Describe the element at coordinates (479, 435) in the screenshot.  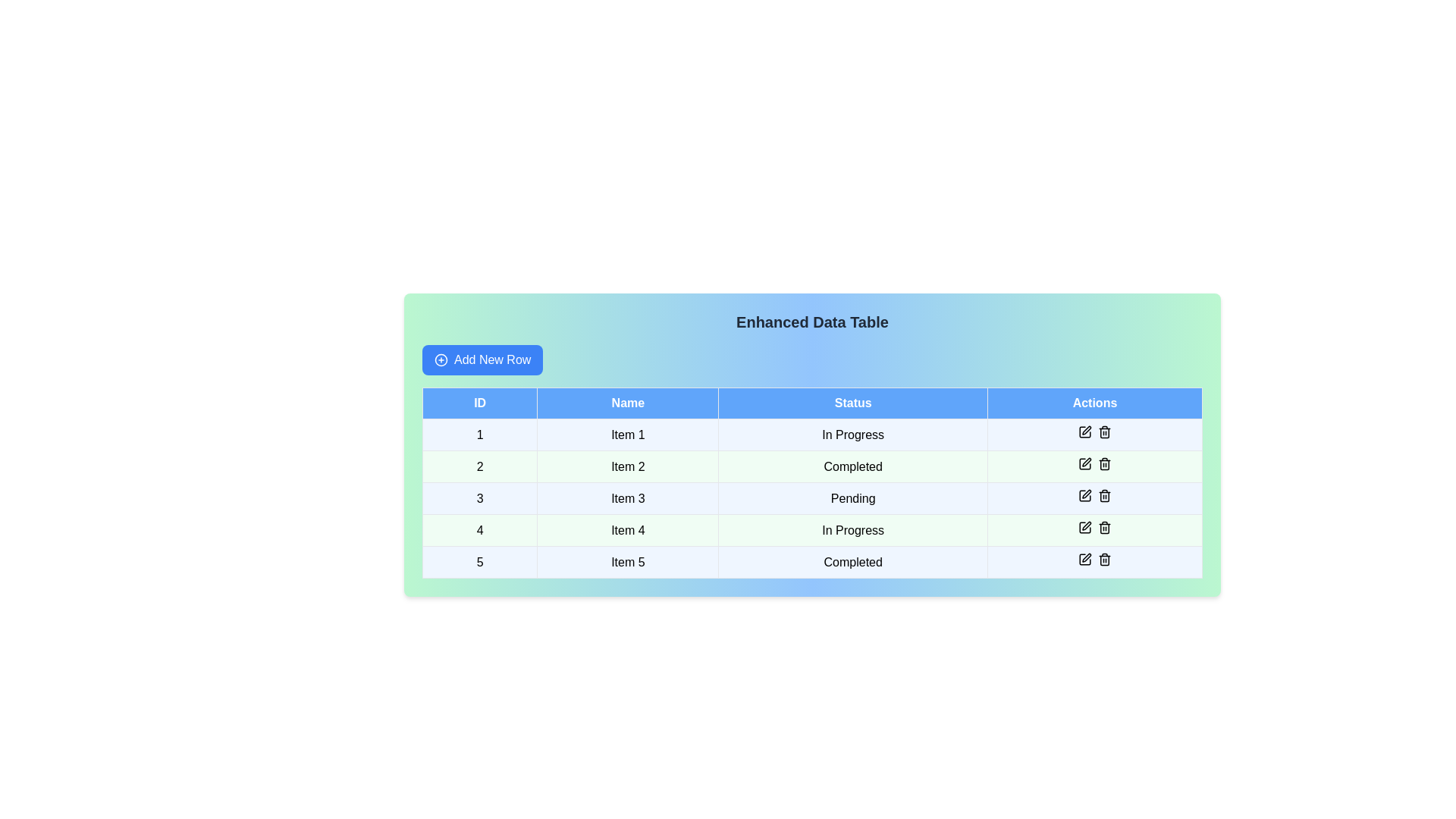
I see `the Text label that displays the identifier or position number of the first entry in the 'ID' column of the data table, located at the top-left corner of the table` at that location.